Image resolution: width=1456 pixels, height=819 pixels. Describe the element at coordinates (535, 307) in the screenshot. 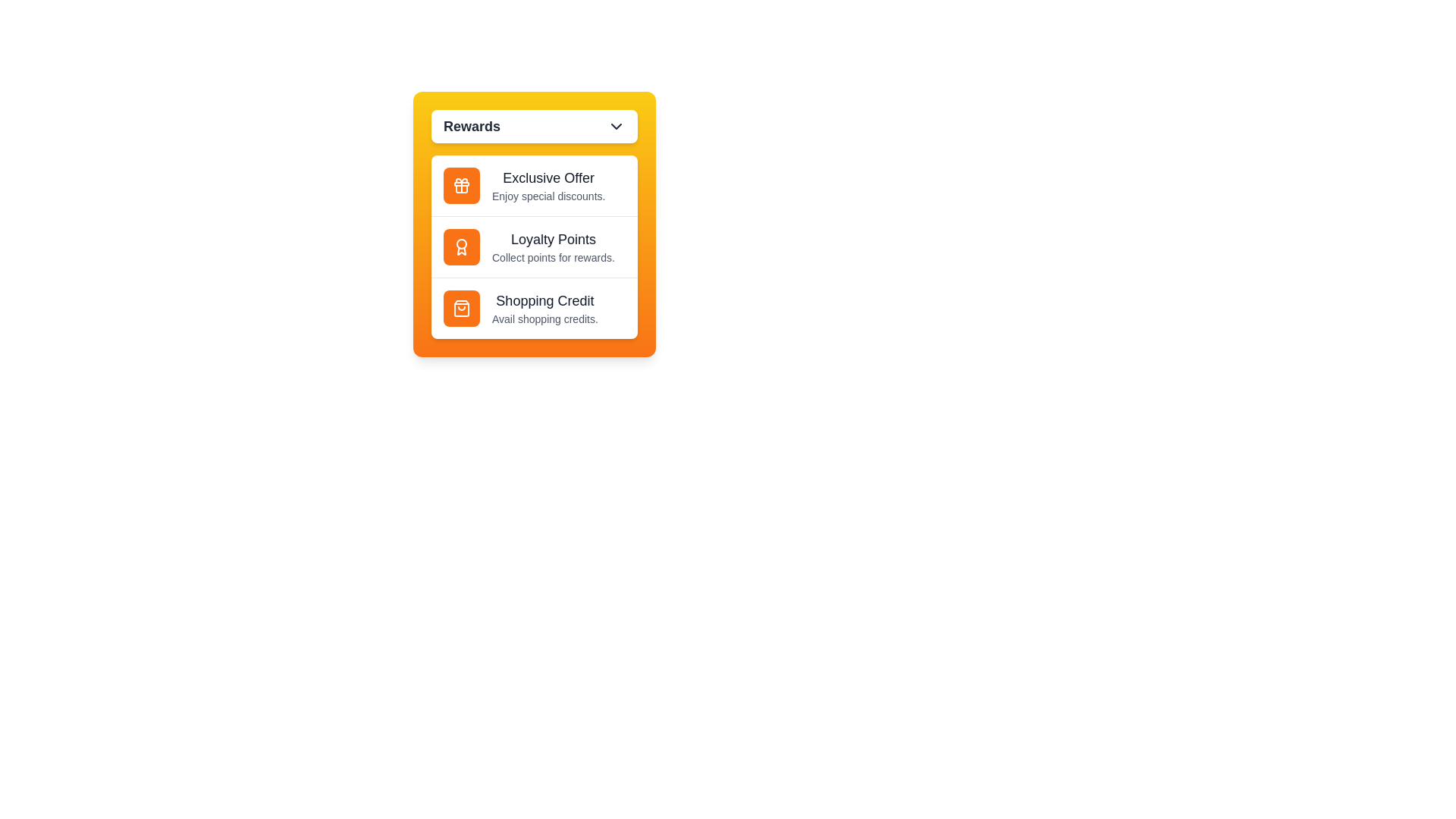

I see `the Informational List Item that provides details about shopping credits, located as the third item in the list` at that location.